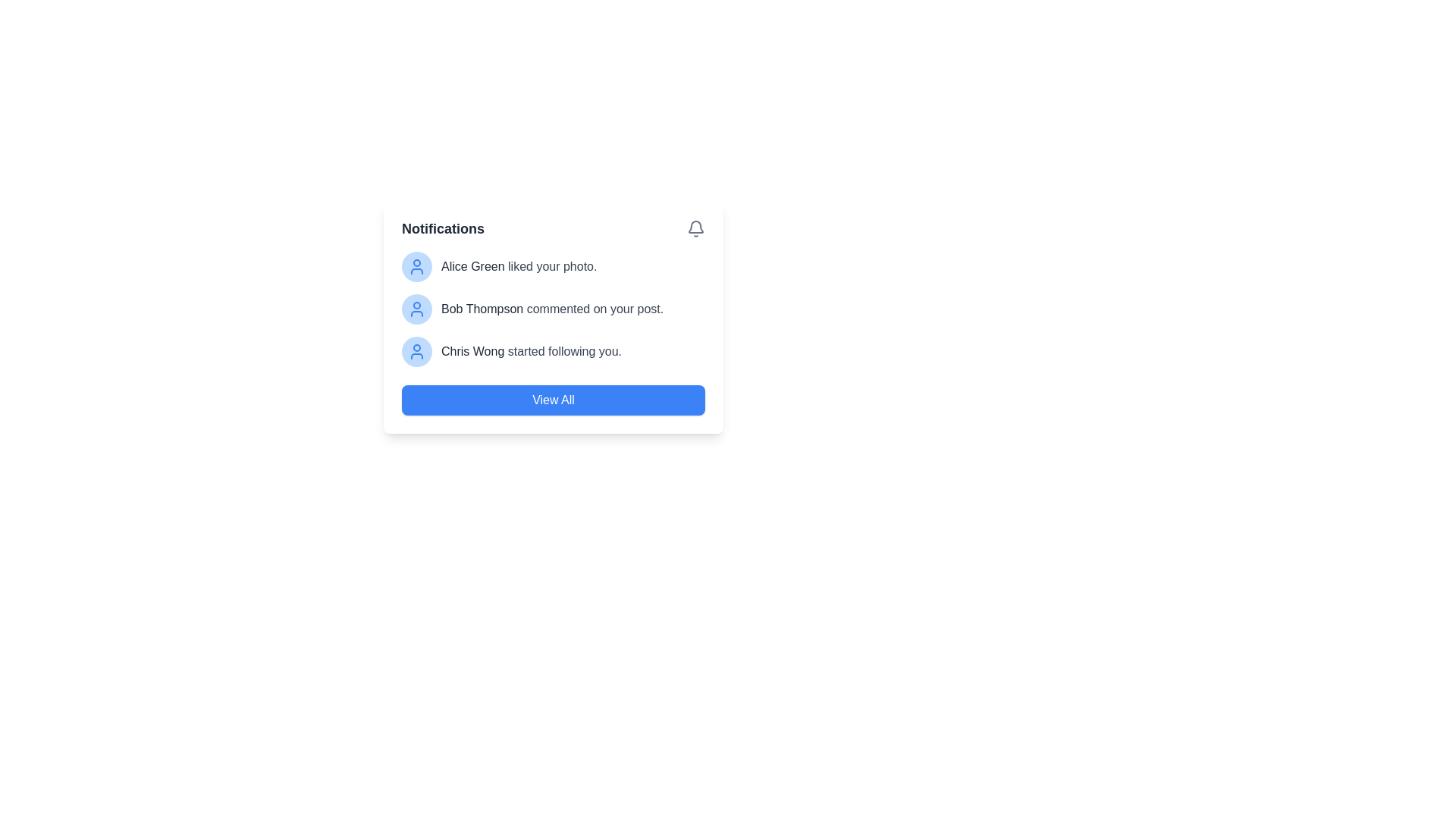 This screenshot has width=1456, height=819. What do you see at coordinates (417, 309) in the screenshot?
I see `the circular icon representing the user profile for 'Bob Thompson' to redirect to the user's profile` at bounding box center [417, 309].